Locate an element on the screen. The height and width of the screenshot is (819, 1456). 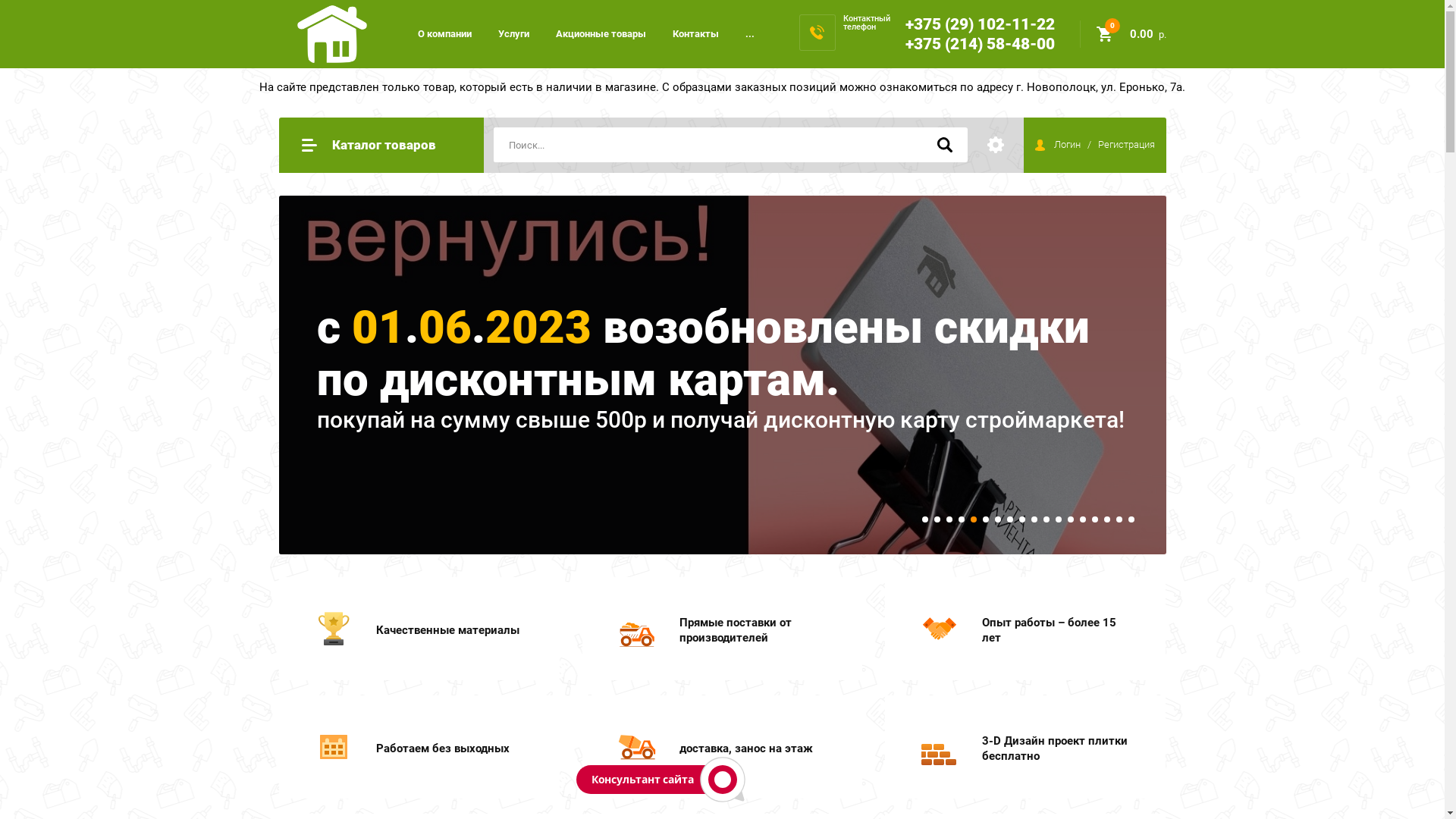
'...' is located at coordinates (749, 33).